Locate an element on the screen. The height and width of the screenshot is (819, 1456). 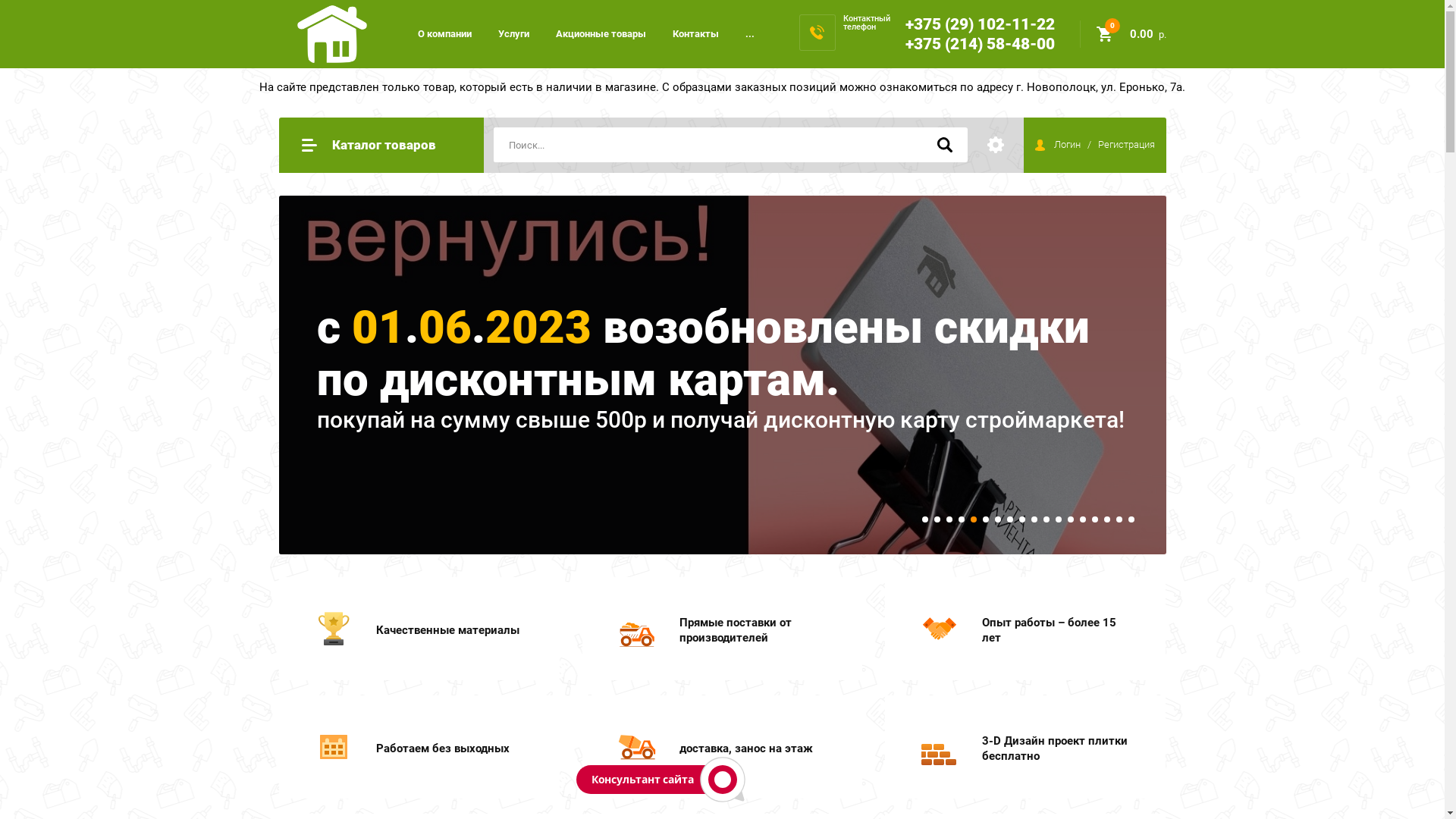
'...' is located at coordinates (749, 33).